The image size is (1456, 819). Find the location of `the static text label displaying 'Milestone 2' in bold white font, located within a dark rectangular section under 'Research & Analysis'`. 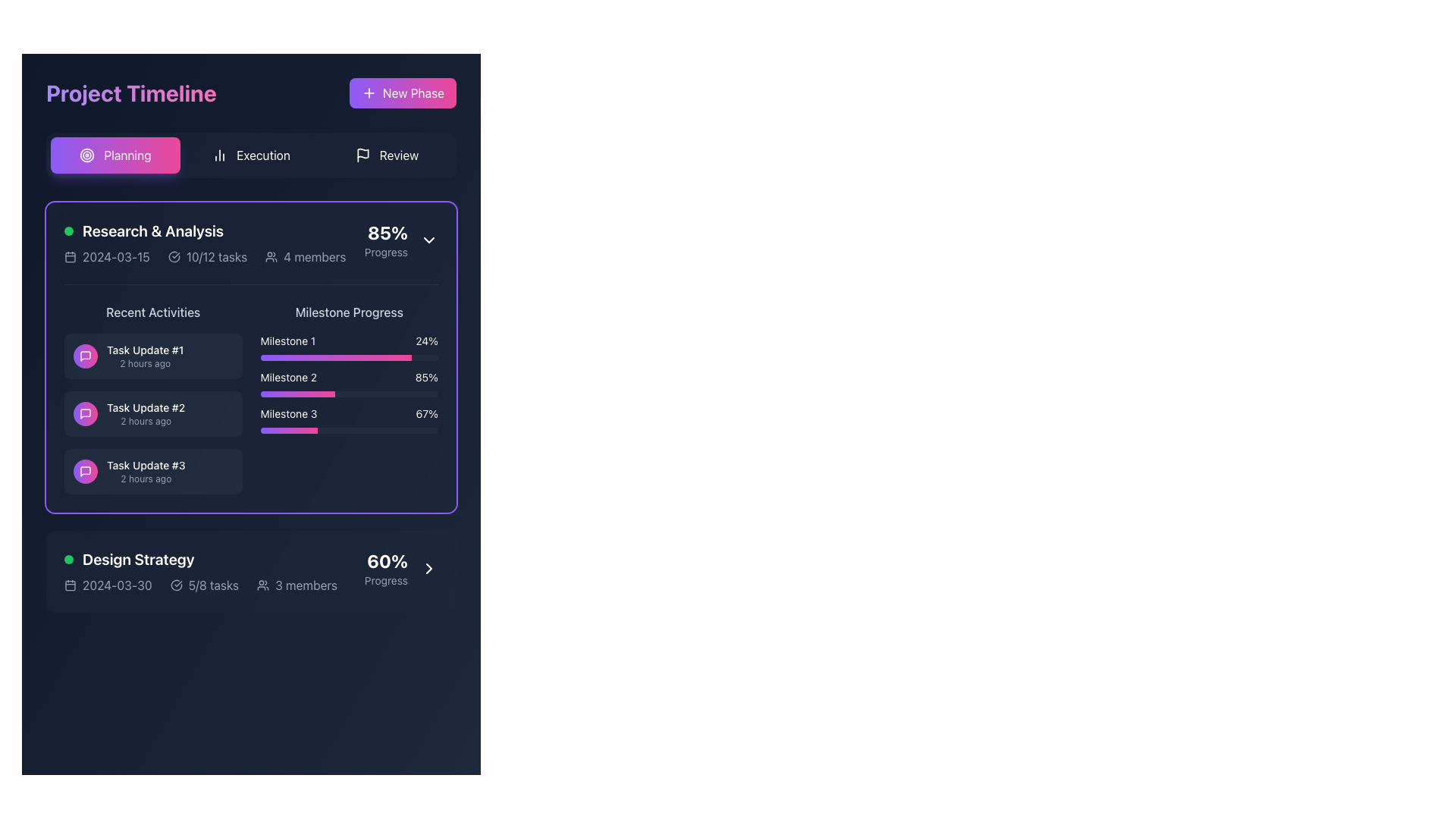

the static text label displaying 'Milestone 2' in bold white font, located within a dark rectangular section under 'Research & Analysis' is located at coordinates (288, 376).